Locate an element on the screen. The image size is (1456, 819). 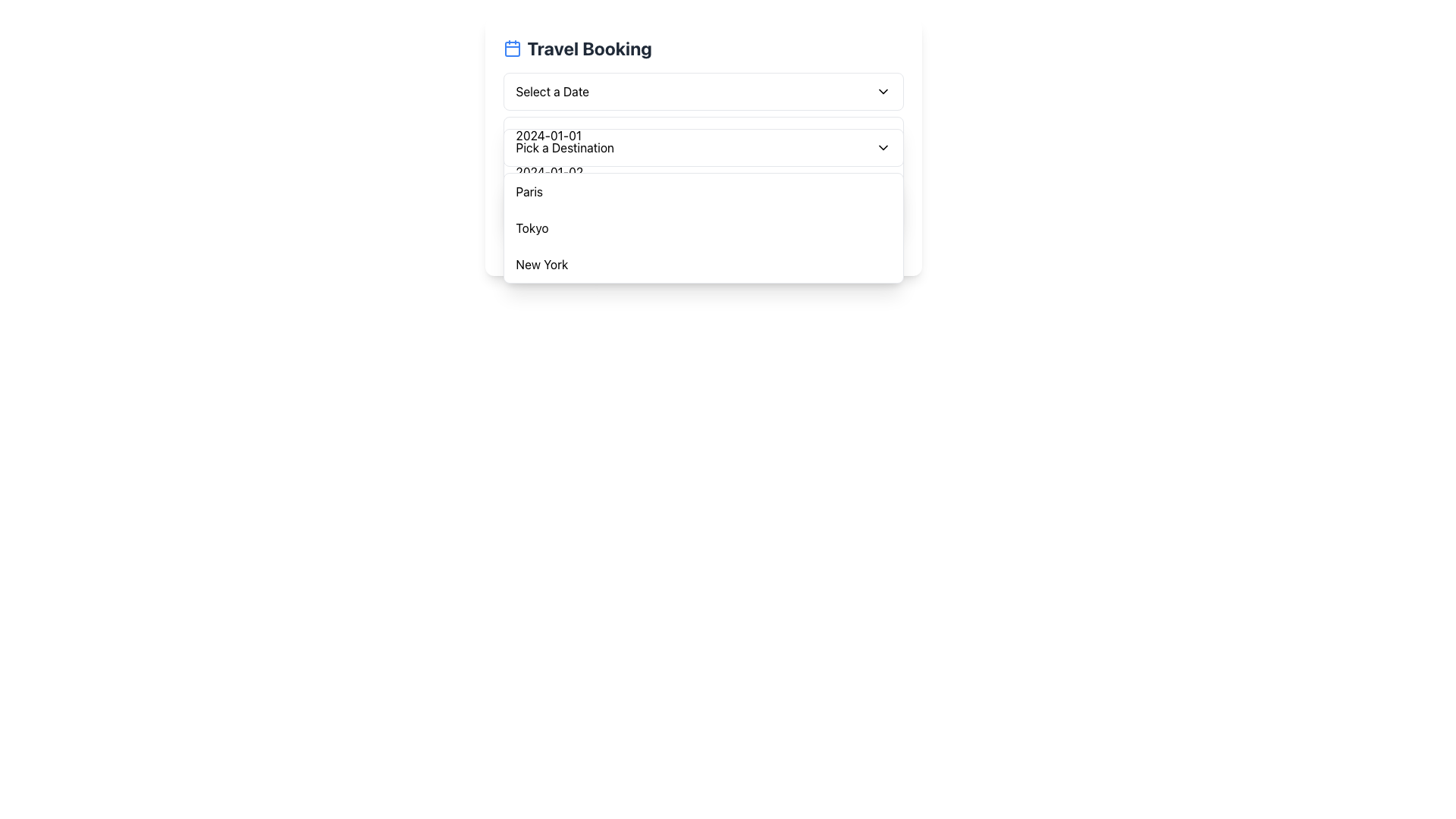
the 'Pick a Destination' dropdown menu is located at coordinates (702, 148).